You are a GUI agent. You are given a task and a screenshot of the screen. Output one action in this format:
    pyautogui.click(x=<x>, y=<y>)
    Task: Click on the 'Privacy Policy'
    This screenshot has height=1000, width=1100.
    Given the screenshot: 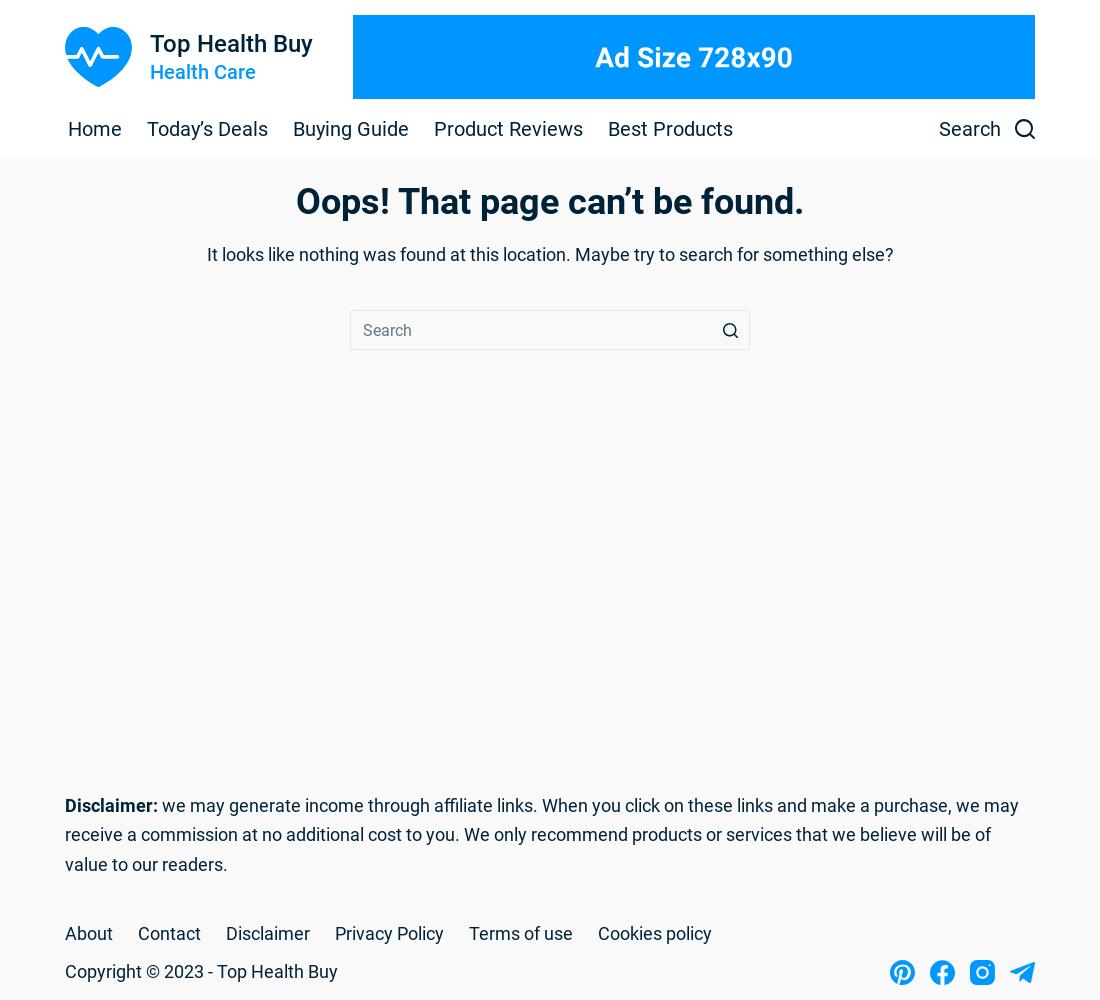 What is the action you would take?
    pyautogui.click(x=389, y=932)
    